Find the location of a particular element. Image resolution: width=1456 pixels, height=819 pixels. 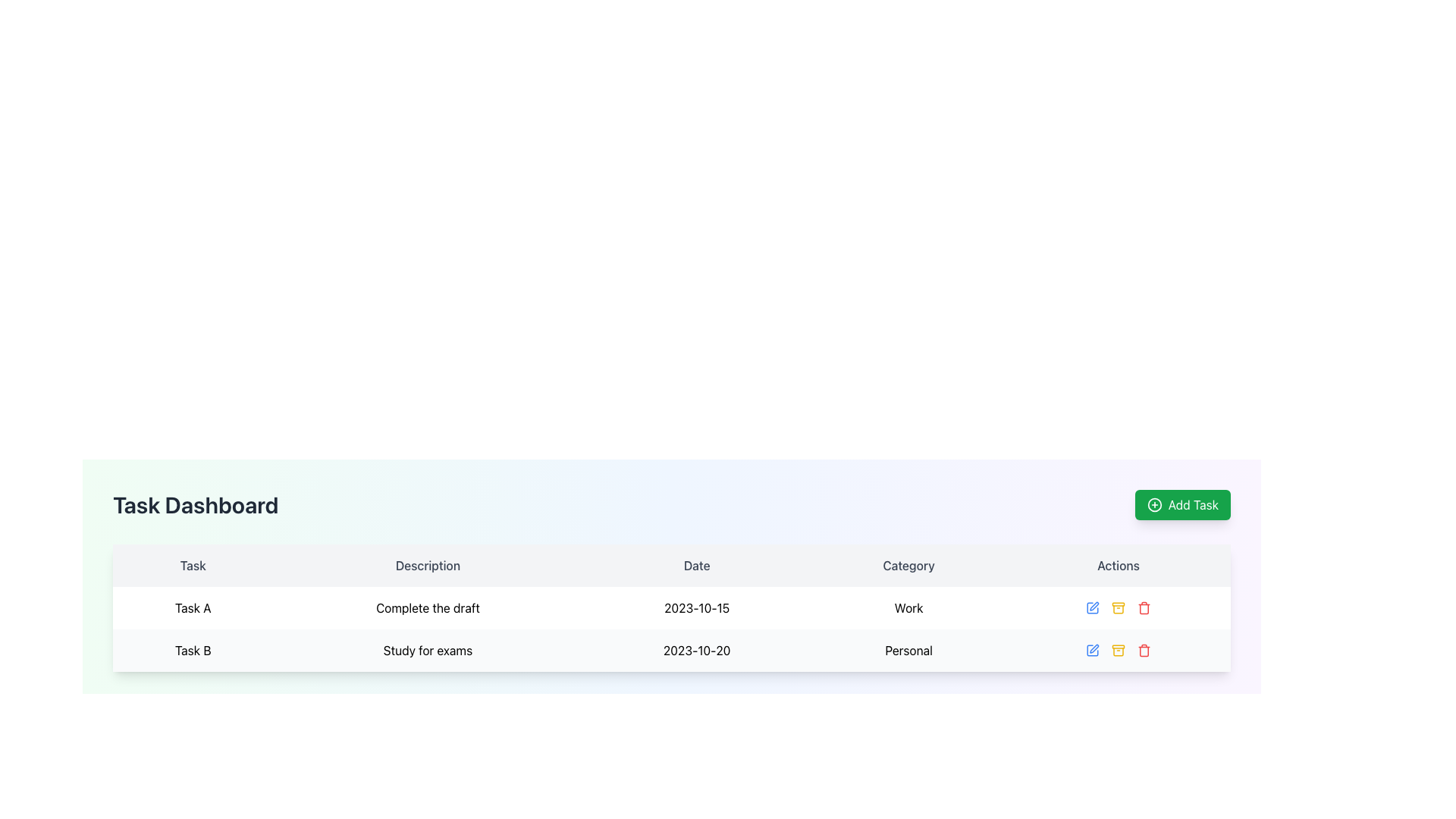

the small horizontal rectangle with rounded corners, which is part of the document archive icon located in the Actions column of the task table is located at coordinates (1119, 604).